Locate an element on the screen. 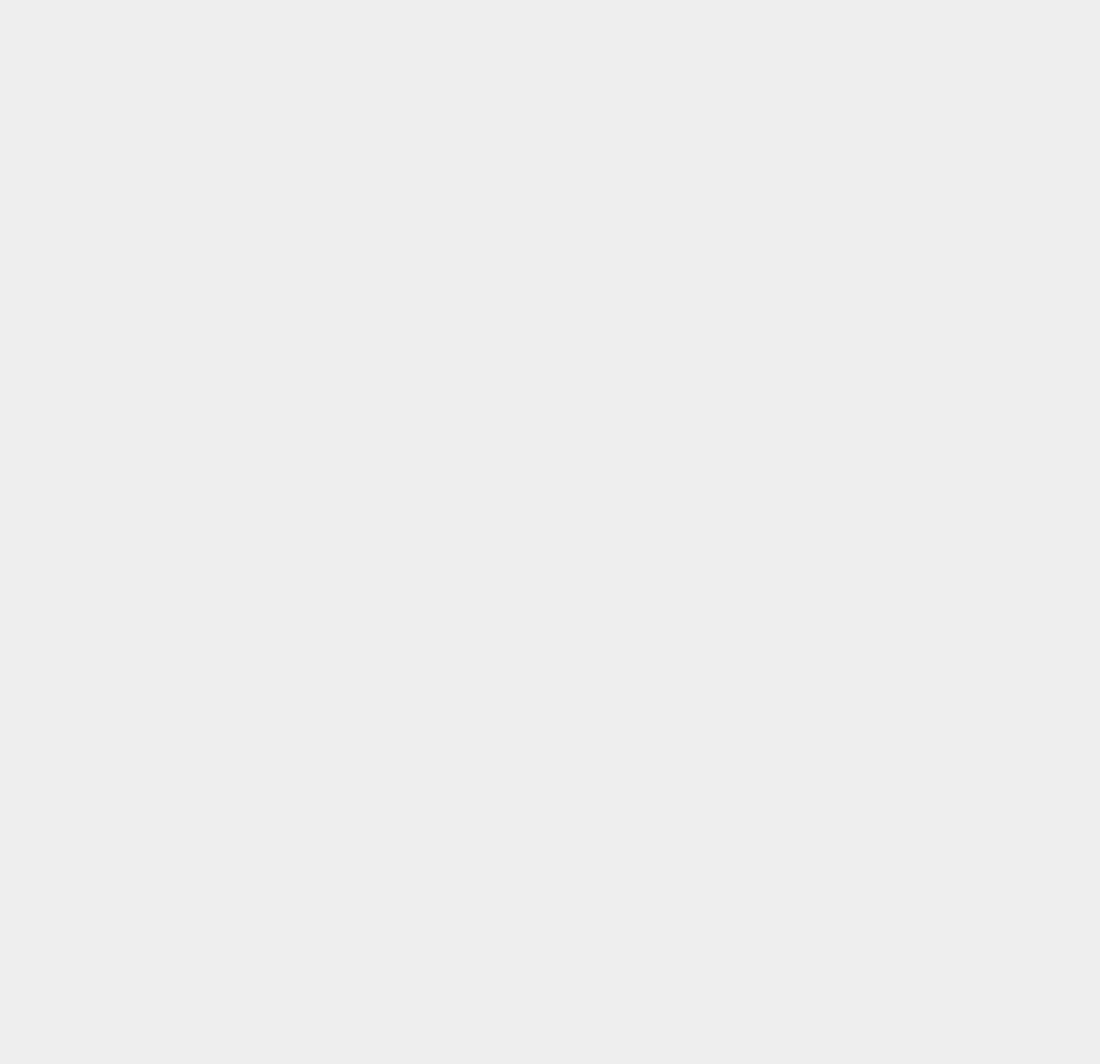 Image resolution: width=1100 pixels, height=1064 pixels. 'Windows Server 8' is located at coordinates (832, 114).